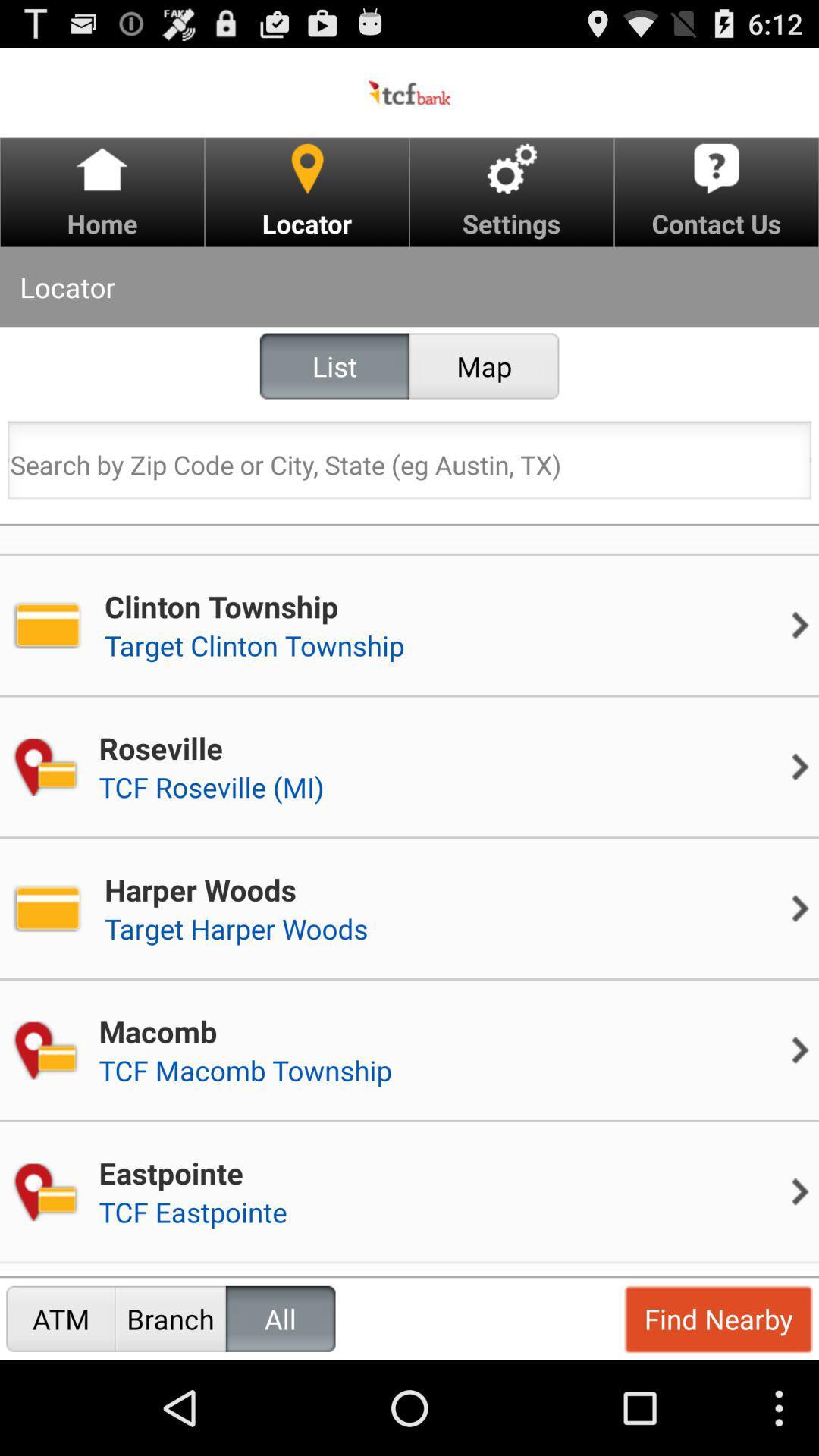 The image size is (819, 1456). Describe the element at coordinates (281, 1318) in the screenshot. I see `radio button to the right of the branch icon` at that location.